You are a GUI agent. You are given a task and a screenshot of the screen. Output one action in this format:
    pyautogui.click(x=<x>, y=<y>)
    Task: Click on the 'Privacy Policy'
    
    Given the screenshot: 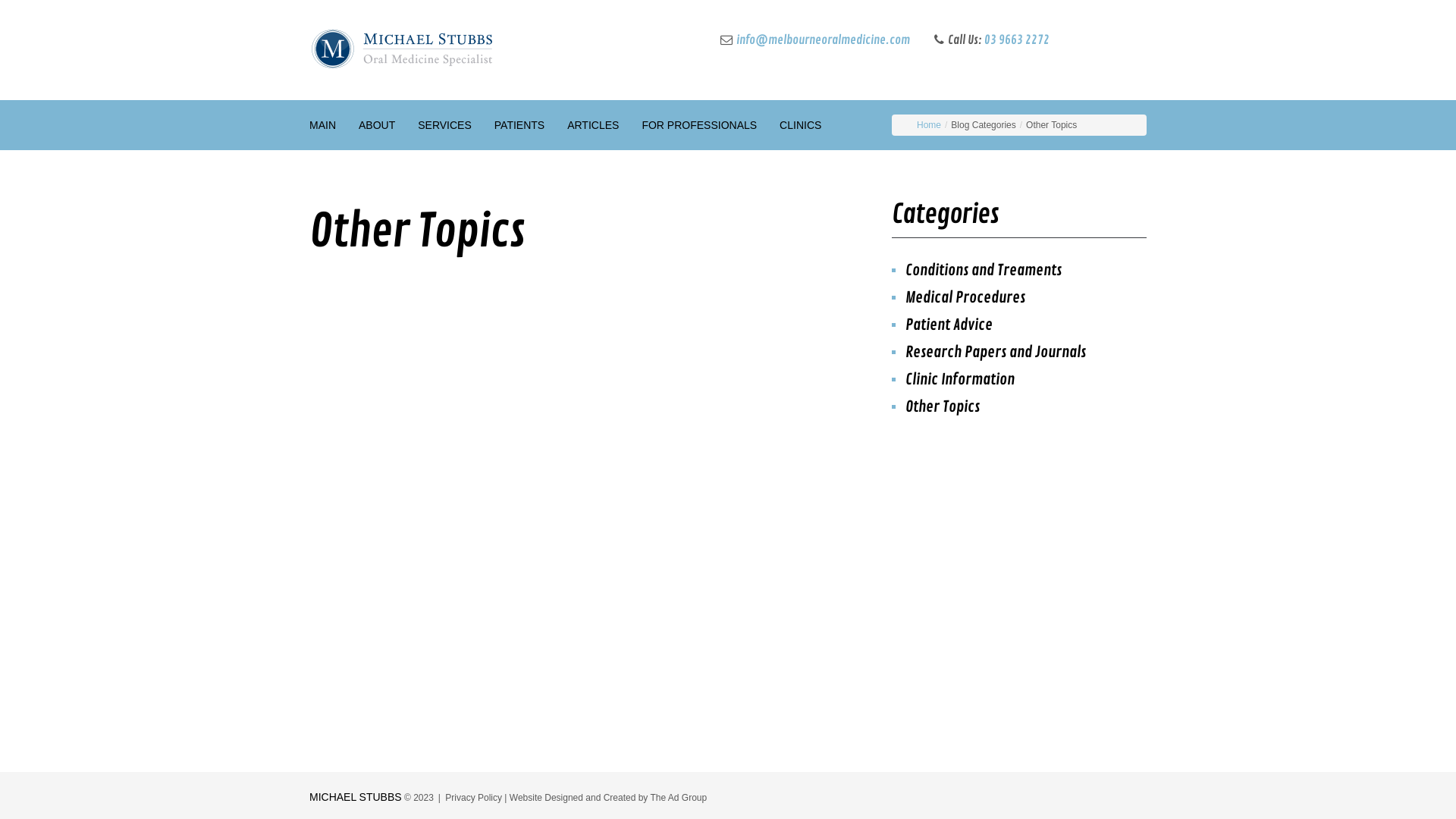 What is the action you would take?
    pyautogui.click(x=472, y=797)
    